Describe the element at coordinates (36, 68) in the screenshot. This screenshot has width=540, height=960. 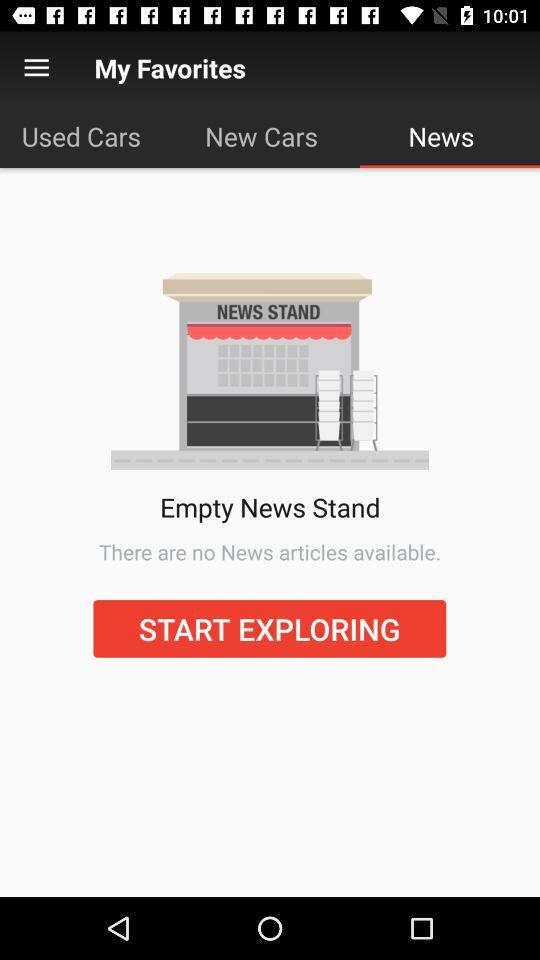
I see `item to the left of the my favorites icon` at that location.